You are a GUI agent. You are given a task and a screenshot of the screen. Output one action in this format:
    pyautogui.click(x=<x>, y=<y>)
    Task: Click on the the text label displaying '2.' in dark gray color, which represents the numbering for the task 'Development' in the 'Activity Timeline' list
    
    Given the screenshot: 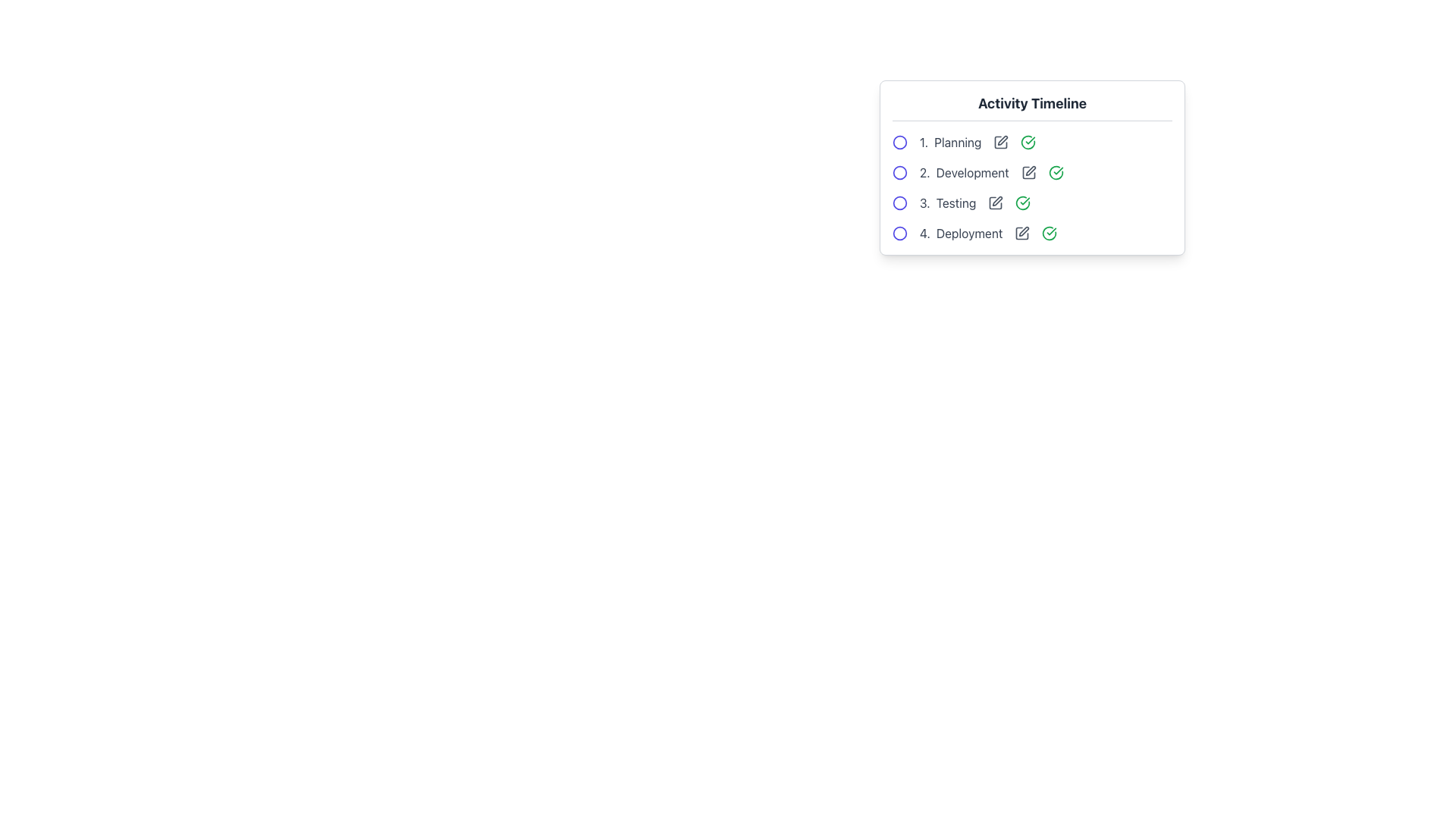 What is the action you would take?
    pyautogui.click(x=924, y=171)
    